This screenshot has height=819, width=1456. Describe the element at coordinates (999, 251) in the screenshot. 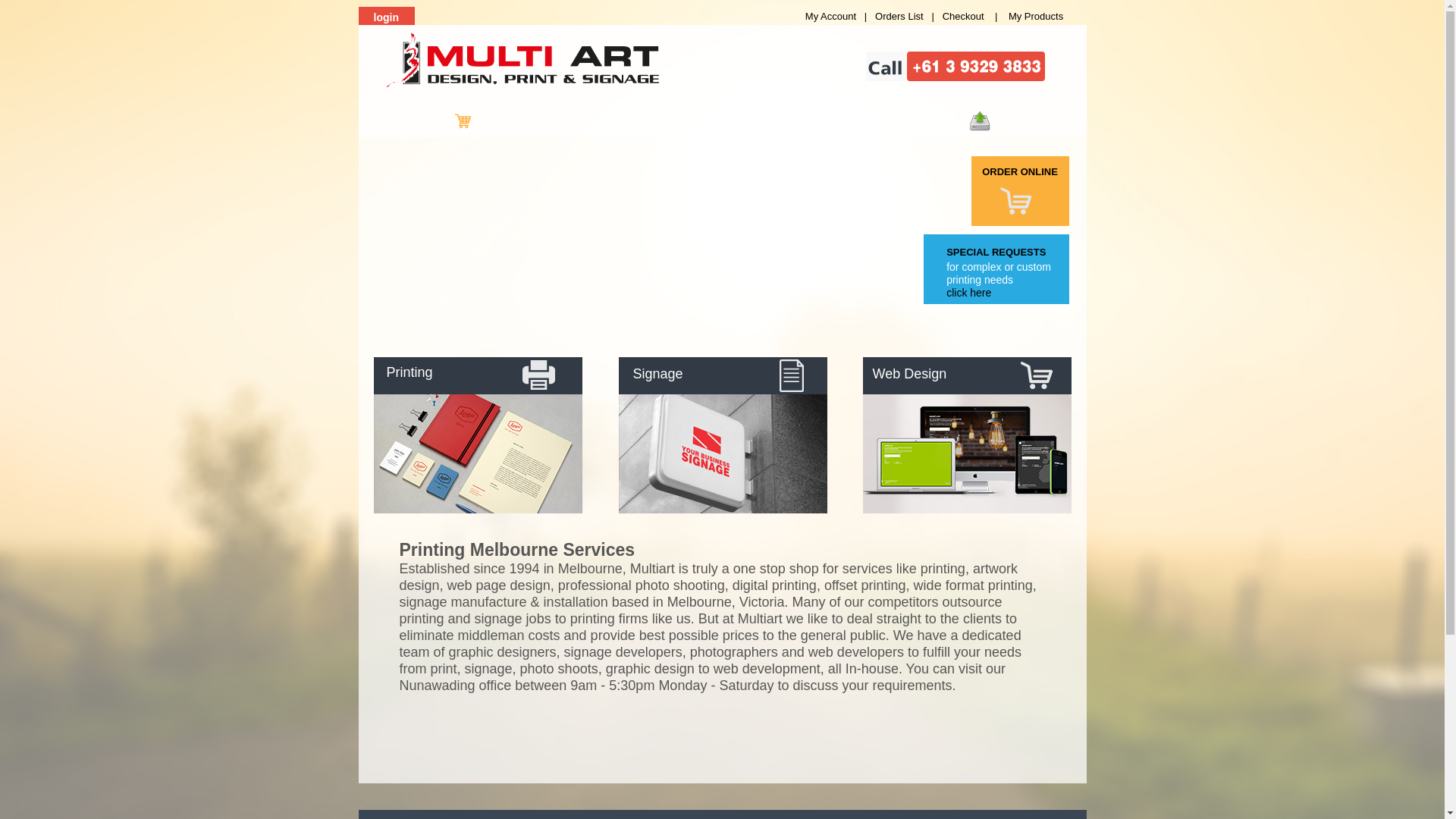

I see `'SPECIAL REQUESTS'` at that location.